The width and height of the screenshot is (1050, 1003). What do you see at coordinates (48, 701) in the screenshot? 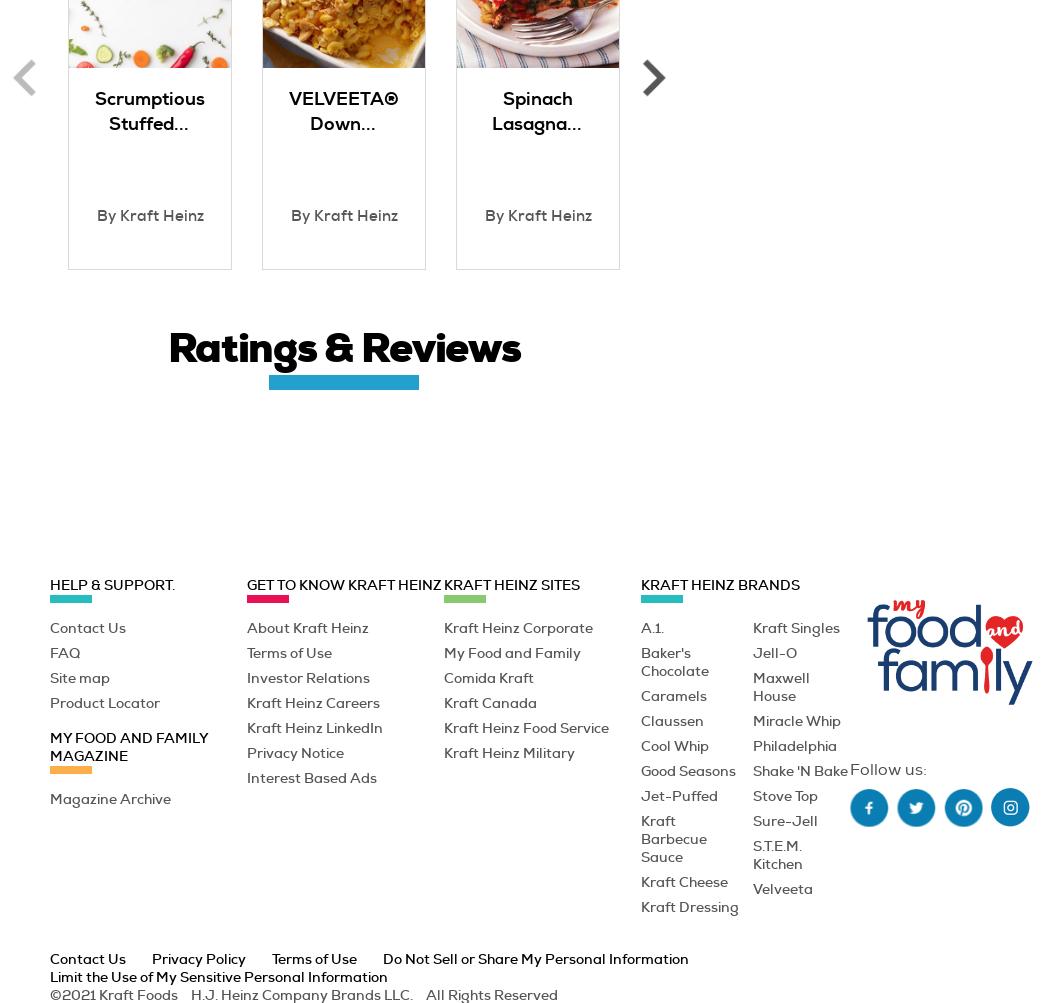
I see `'Product Locator'` at bounding box center [48, 701].